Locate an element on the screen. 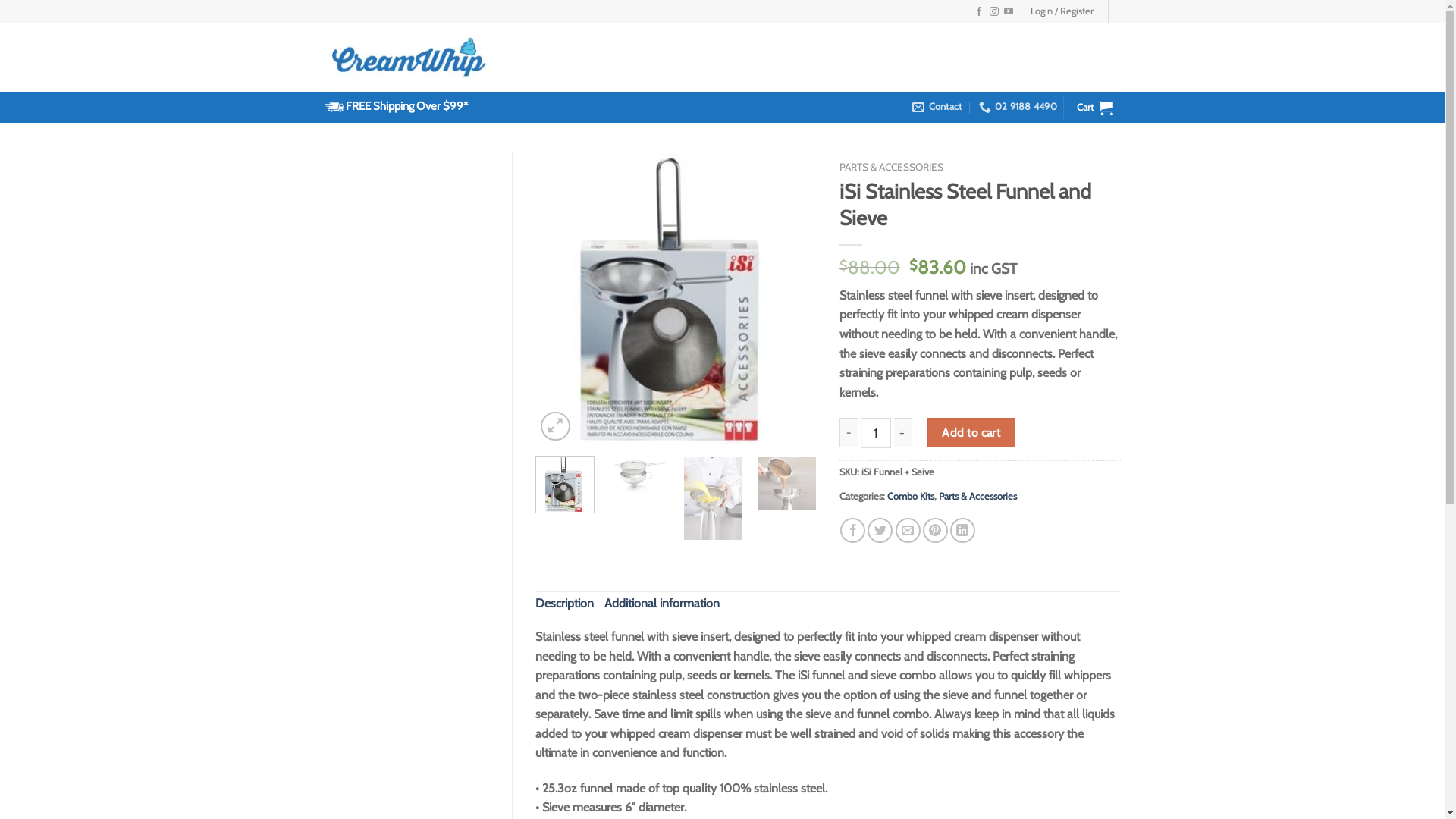 Image resolution: width=1456 pixels, height=819 pixels. 'Parts & Accessories' is located at coordinates (977, 496).